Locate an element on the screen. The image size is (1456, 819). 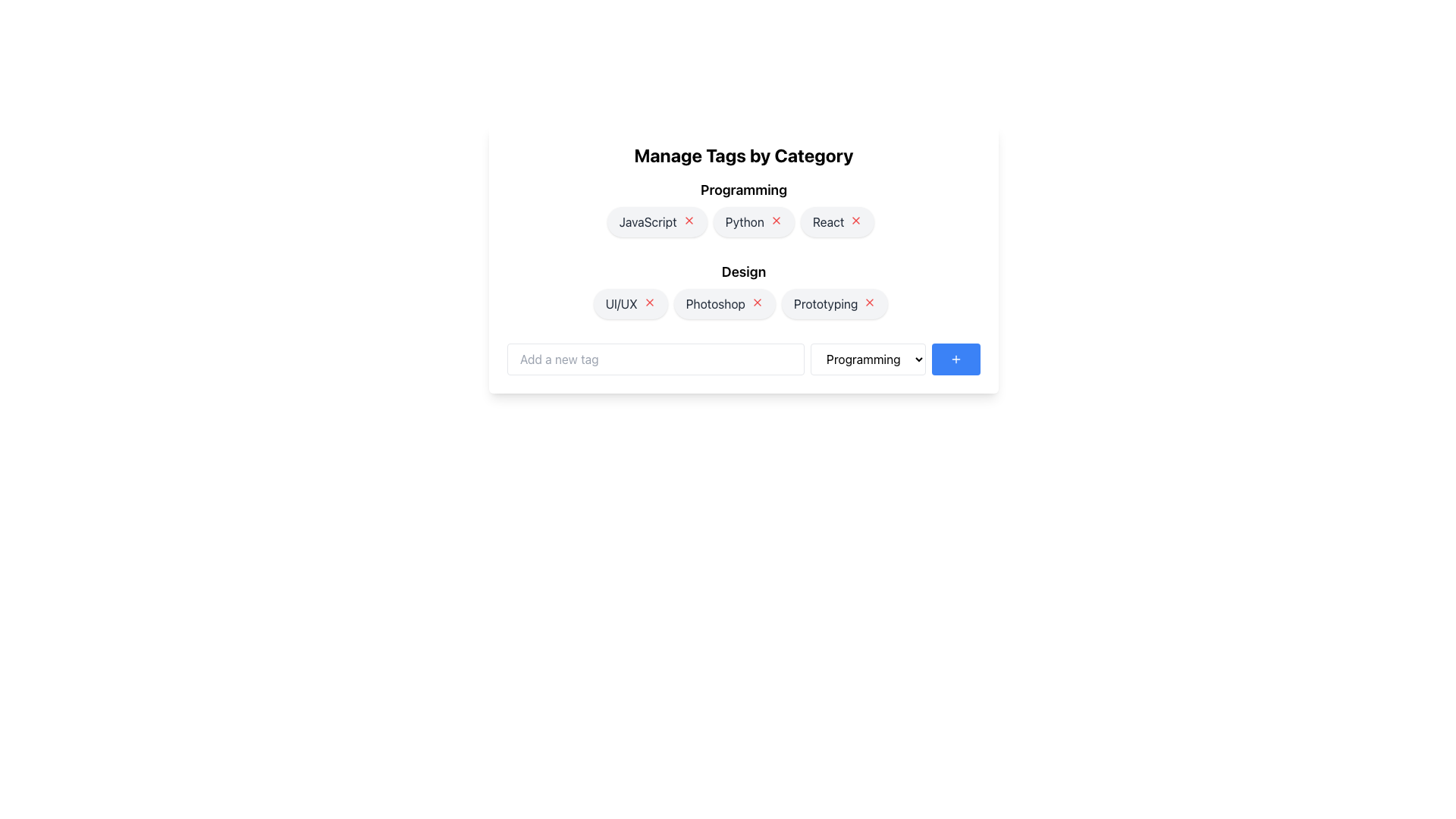
the 'Python' tag element, which is a rounded rectangle with a light gray background and is located in the 'Programming' section as the second tag among three is located at coordinates (754, 222).